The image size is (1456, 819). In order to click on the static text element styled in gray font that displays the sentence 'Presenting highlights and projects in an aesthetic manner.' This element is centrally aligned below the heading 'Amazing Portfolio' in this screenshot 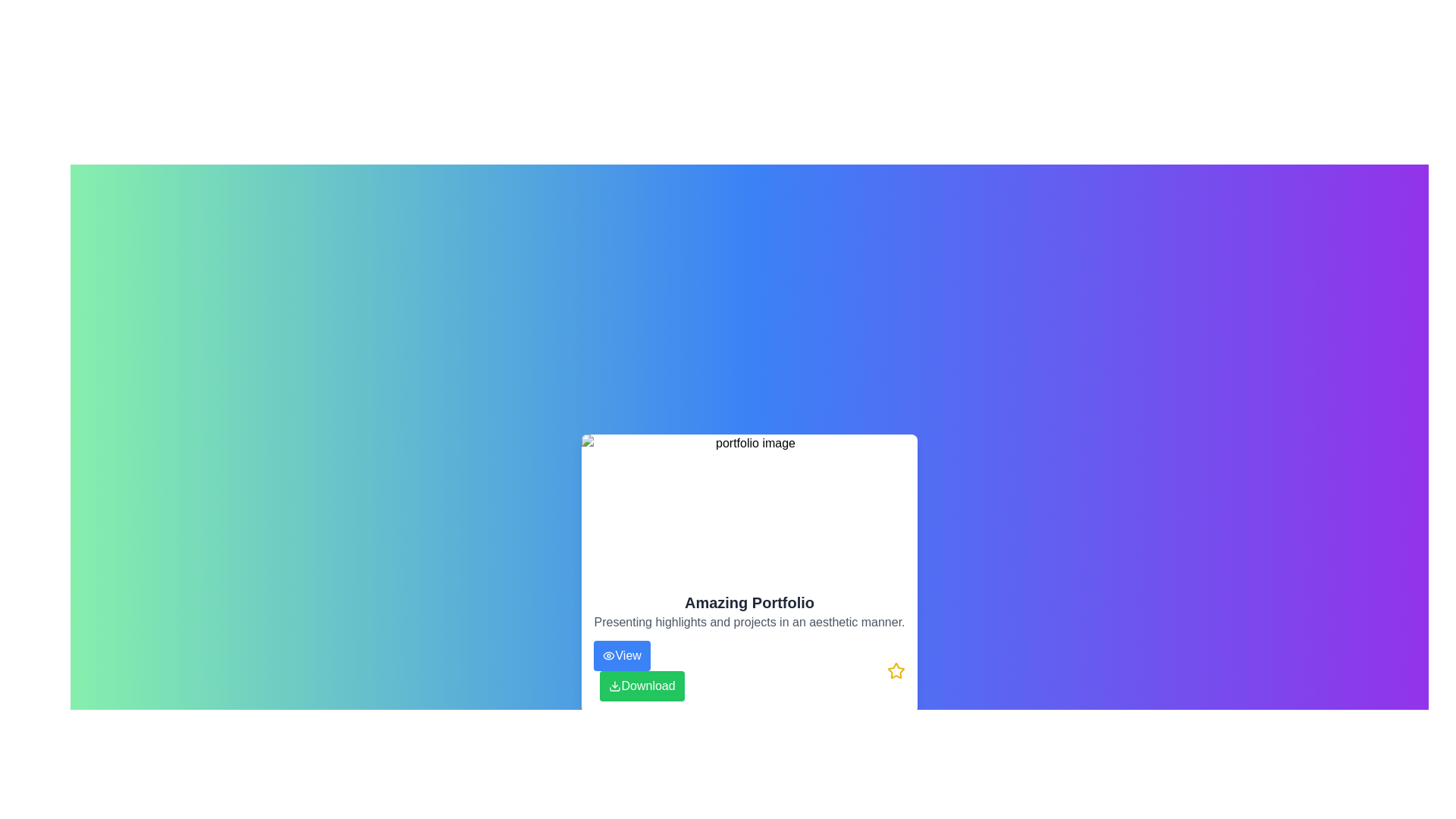, I will do `click(749, 623)`.